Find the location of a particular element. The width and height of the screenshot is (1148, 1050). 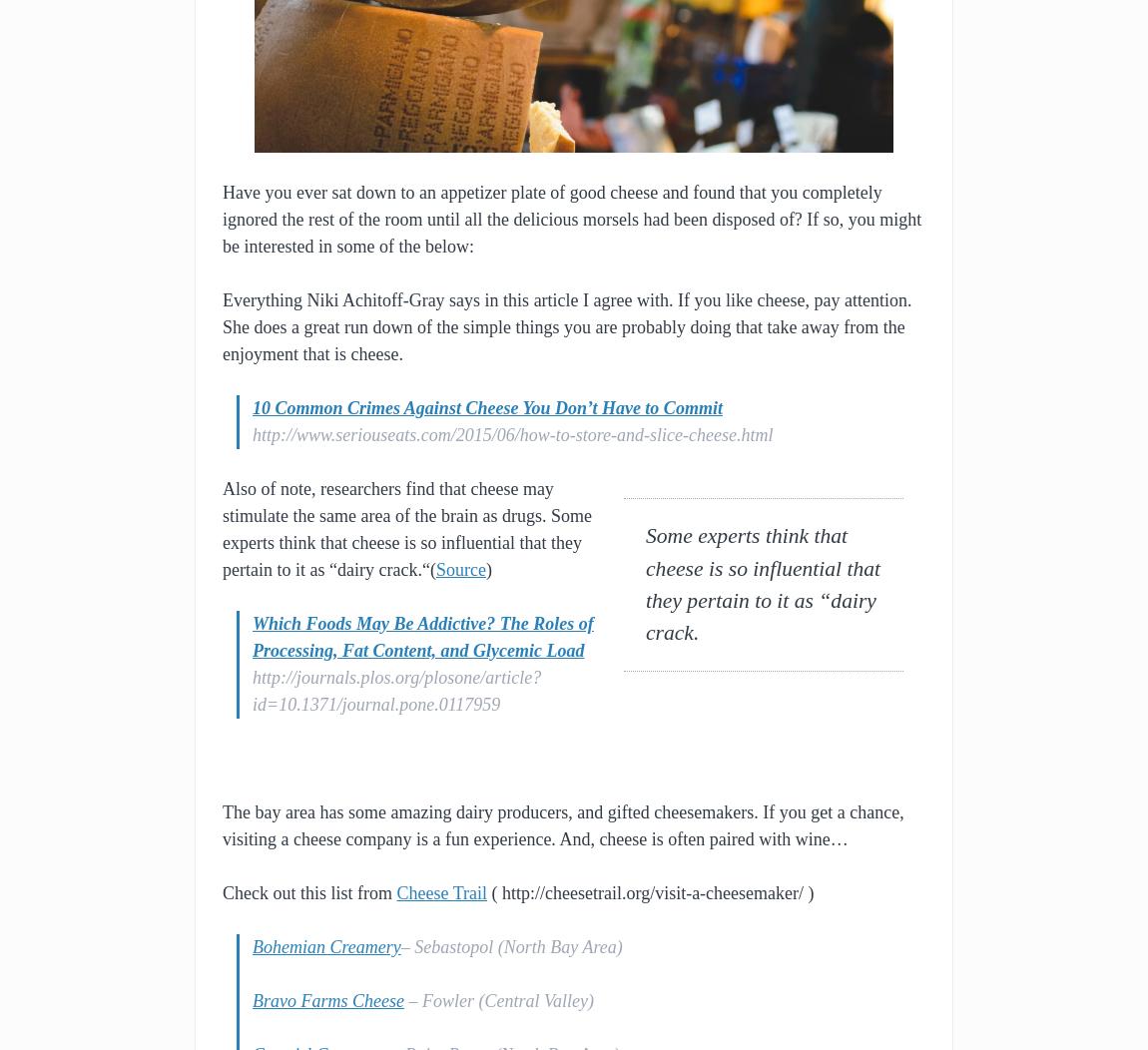

'– Fowler (Central Valley)' is located at coordinates (402, 1000).